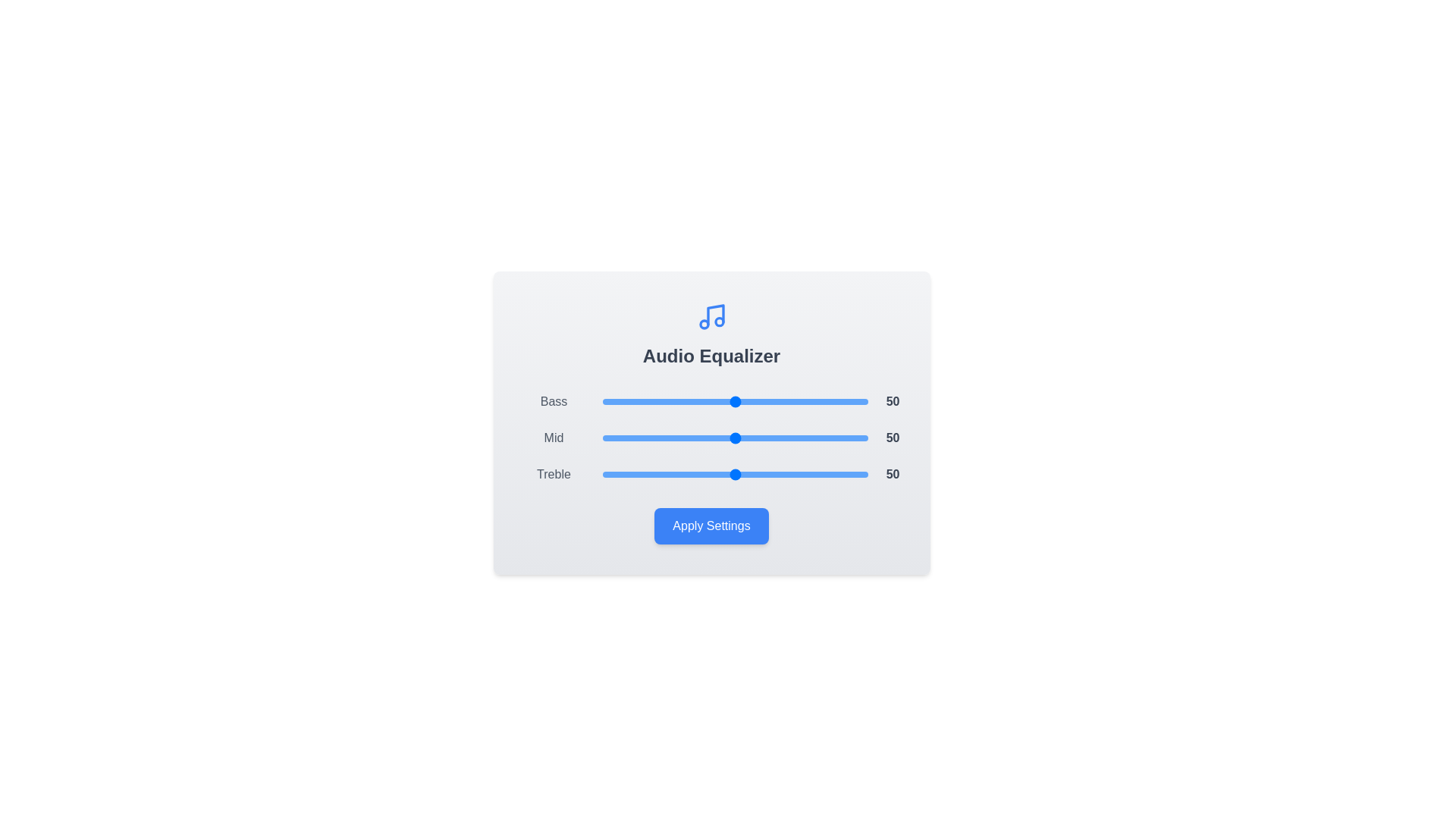  Describe the element at coordinates (730, 400) in the screenshot. I see `the Bass slider to 48 percent` at that location.